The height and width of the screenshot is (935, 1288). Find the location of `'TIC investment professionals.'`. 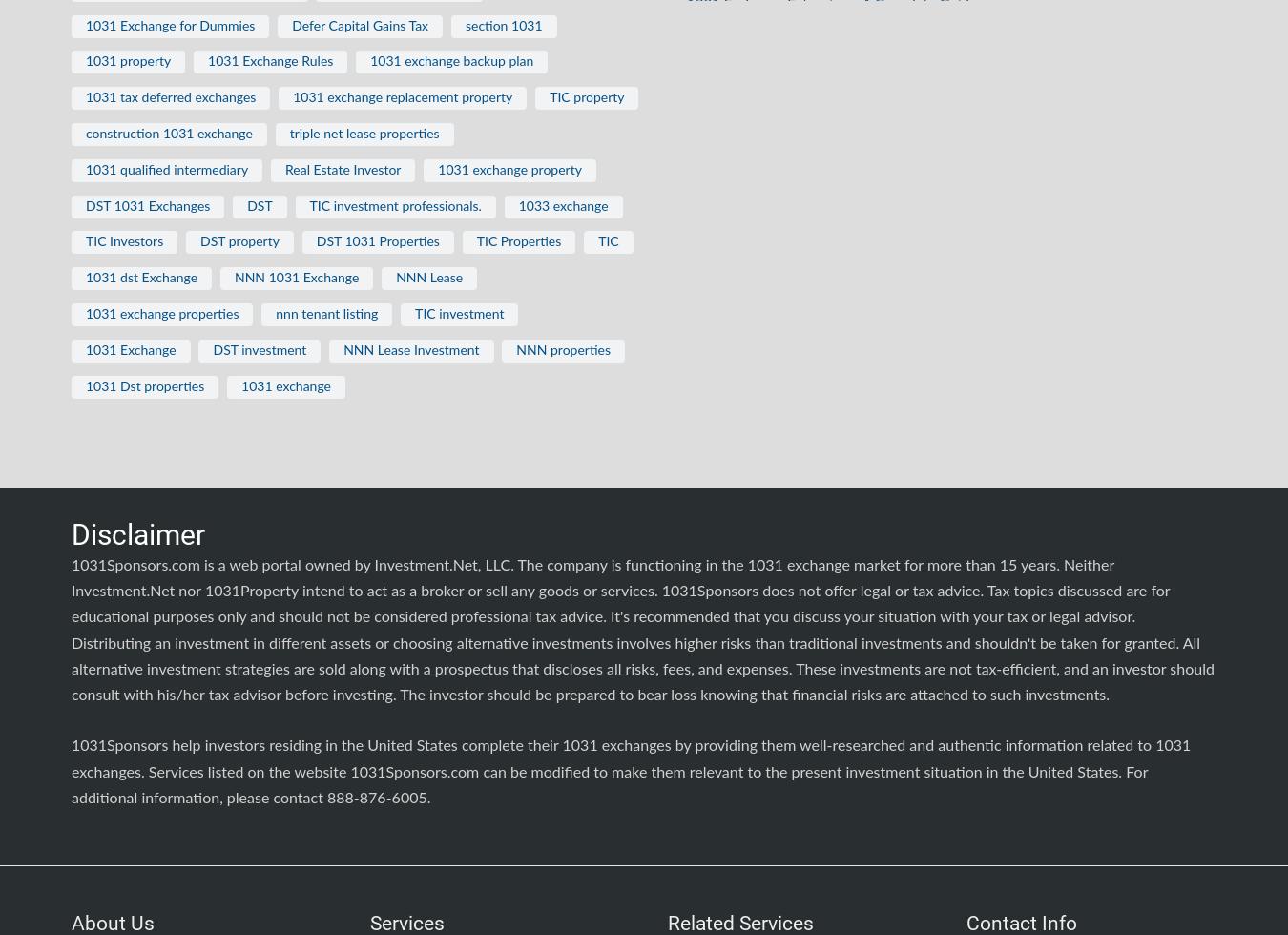

'TIC investment professionals.' is located at coordinates (395, 205).